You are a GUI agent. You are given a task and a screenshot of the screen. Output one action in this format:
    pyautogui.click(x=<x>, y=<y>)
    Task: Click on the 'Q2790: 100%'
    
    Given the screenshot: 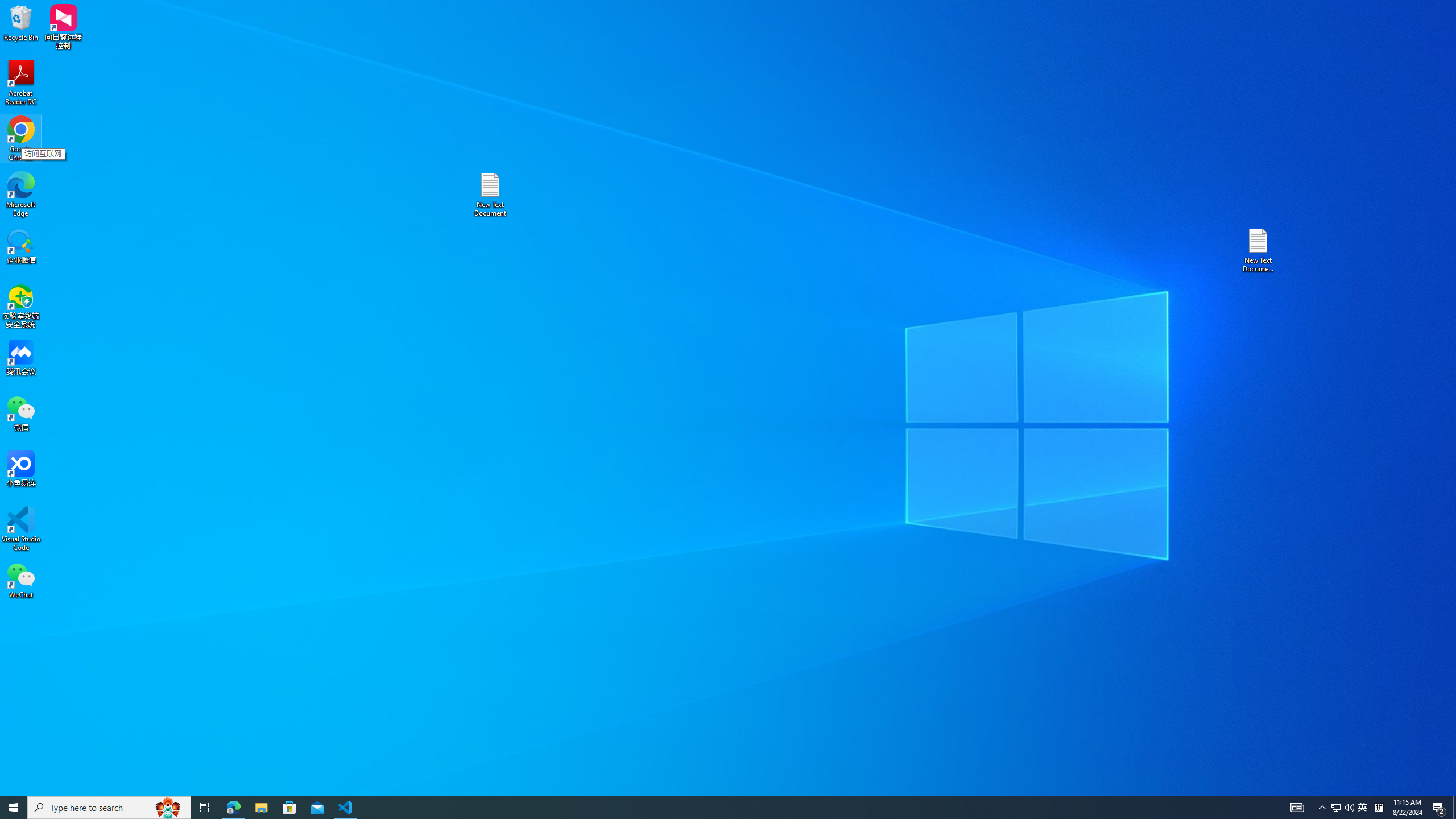 What is the action you would take?
    pyautogui.click(x=1349, y=806)
    